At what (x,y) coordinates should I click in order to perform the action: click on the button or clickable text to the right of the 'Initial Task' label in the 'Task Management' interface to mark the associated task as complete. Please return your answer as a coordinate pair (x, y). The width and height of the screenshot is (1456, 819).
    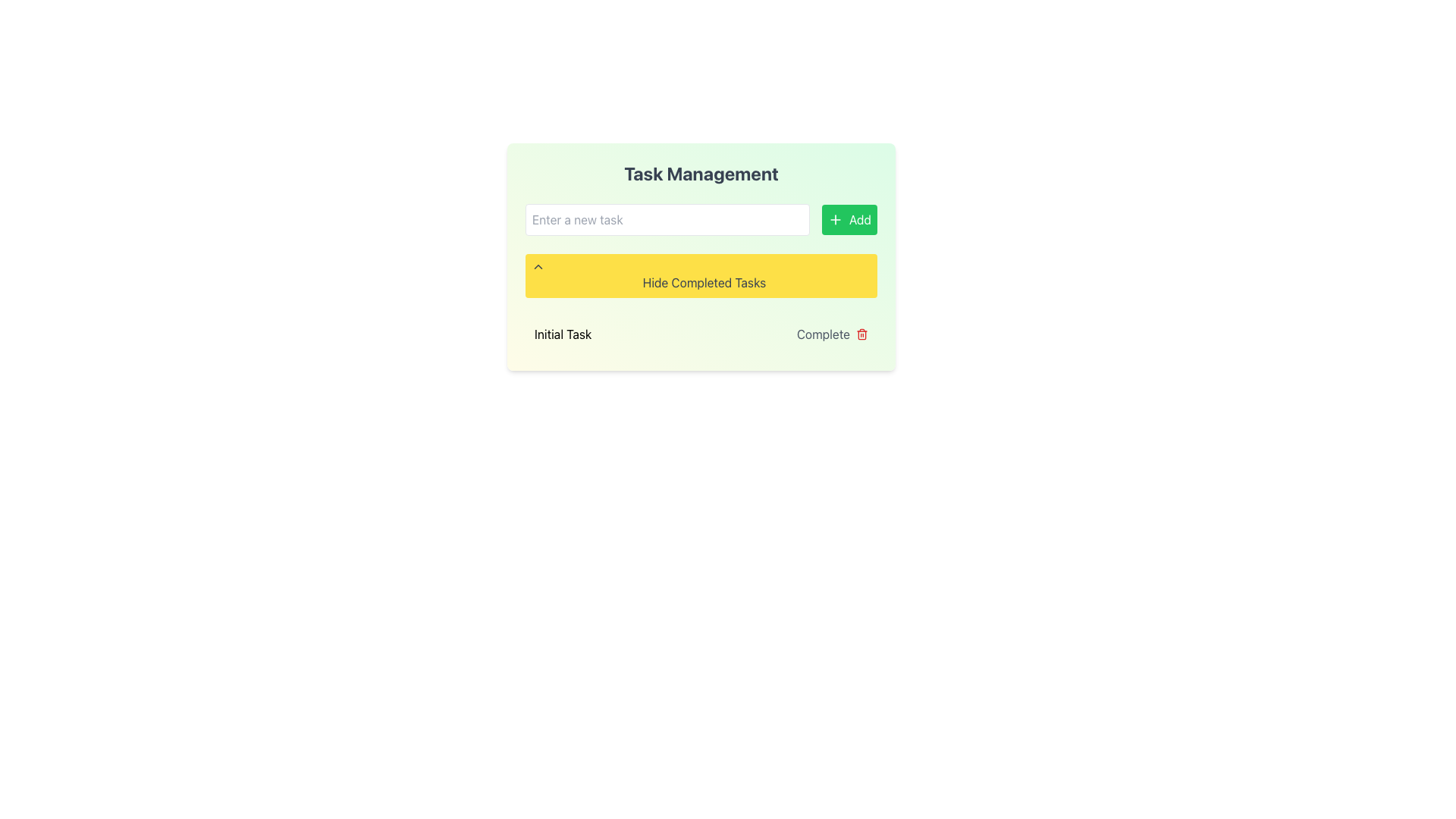
    Looking at the image, I should click on (831, 333).